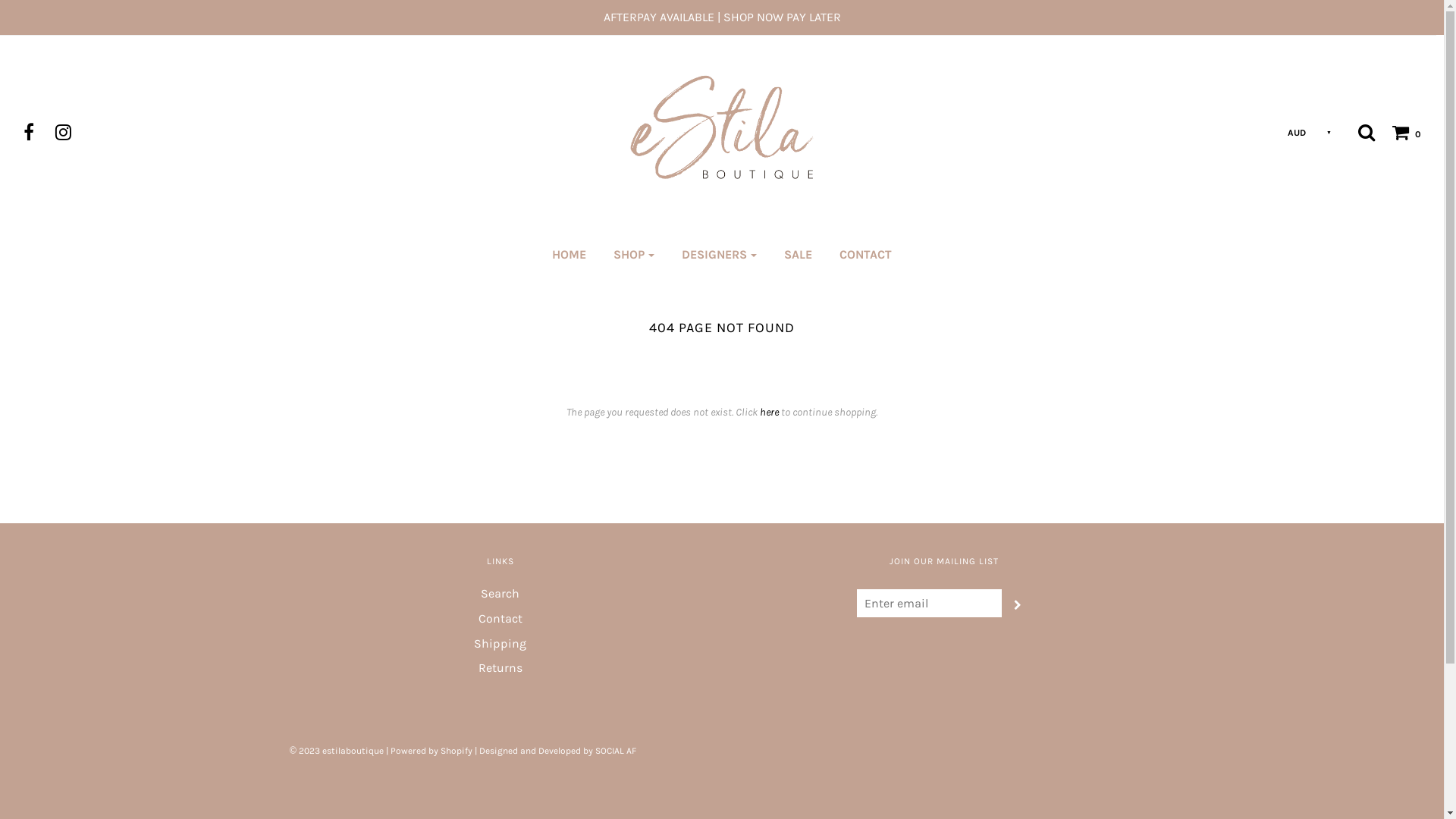  What do you see at coordinates (499, 621) in the screenshot?
I see `'Contact'` at bounding box center [499, 621].